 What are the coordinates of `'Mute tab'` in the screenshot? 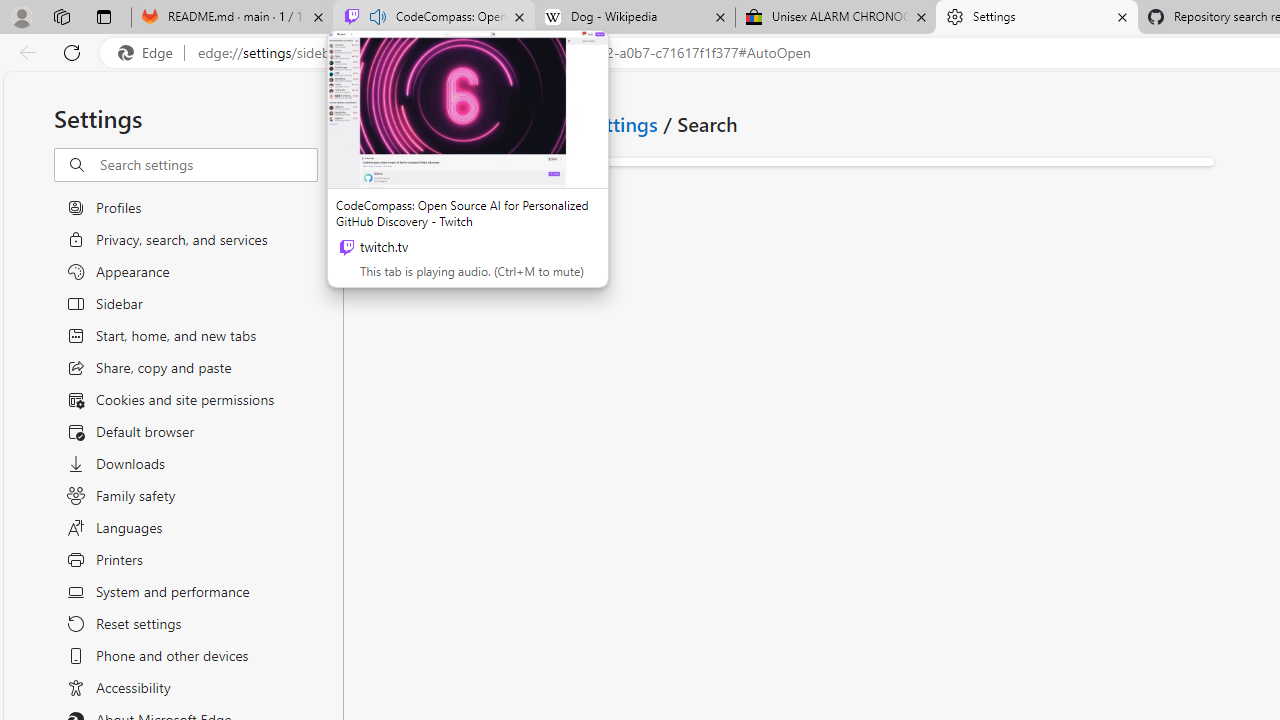 It's located at (378, 16).